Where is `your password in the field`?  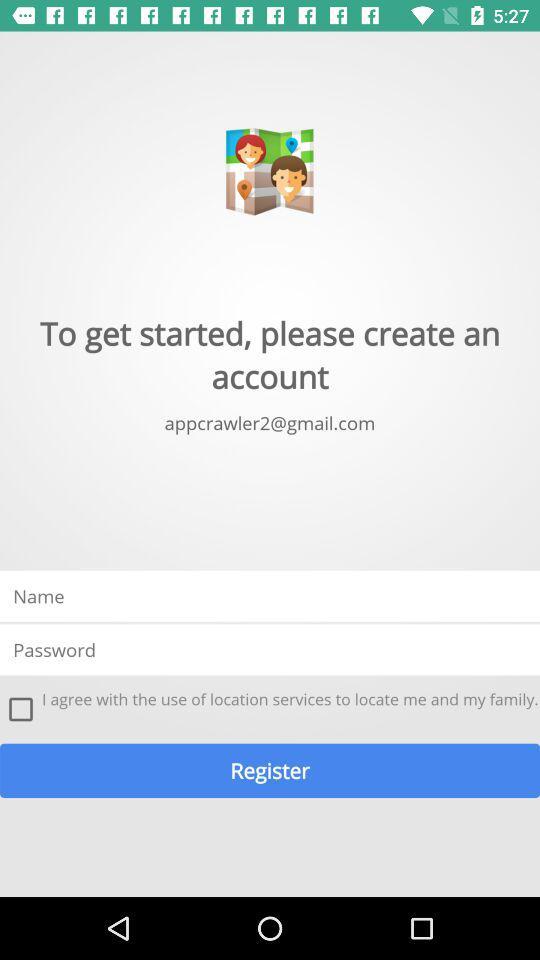
your password in the field is located at coordinates (270, 648).